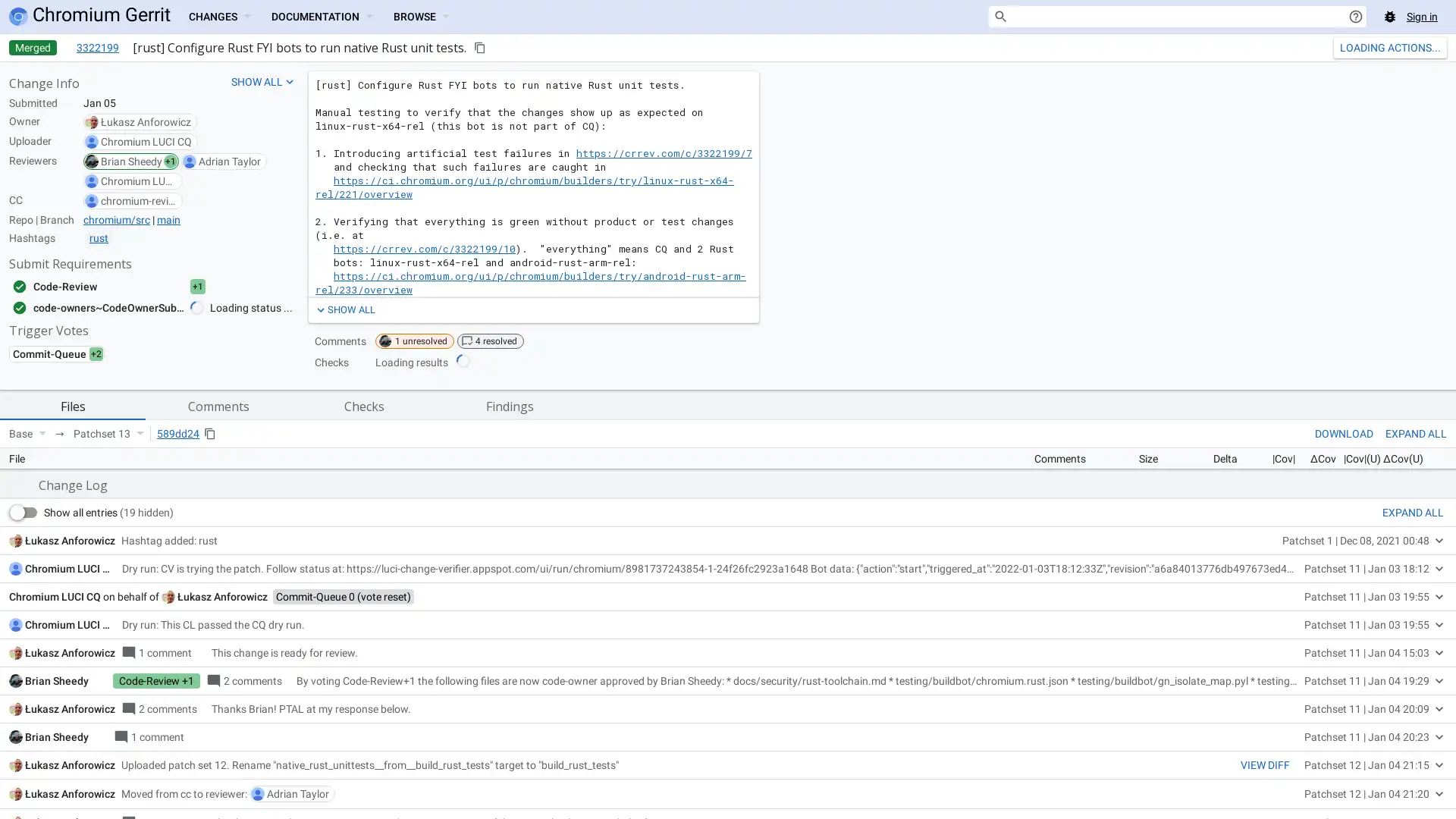 Image resolution: width=1456 pixels, height=819 pixels. Describe the element at coordinates (1436, 46) in the screenshot. I see `More` at that location.